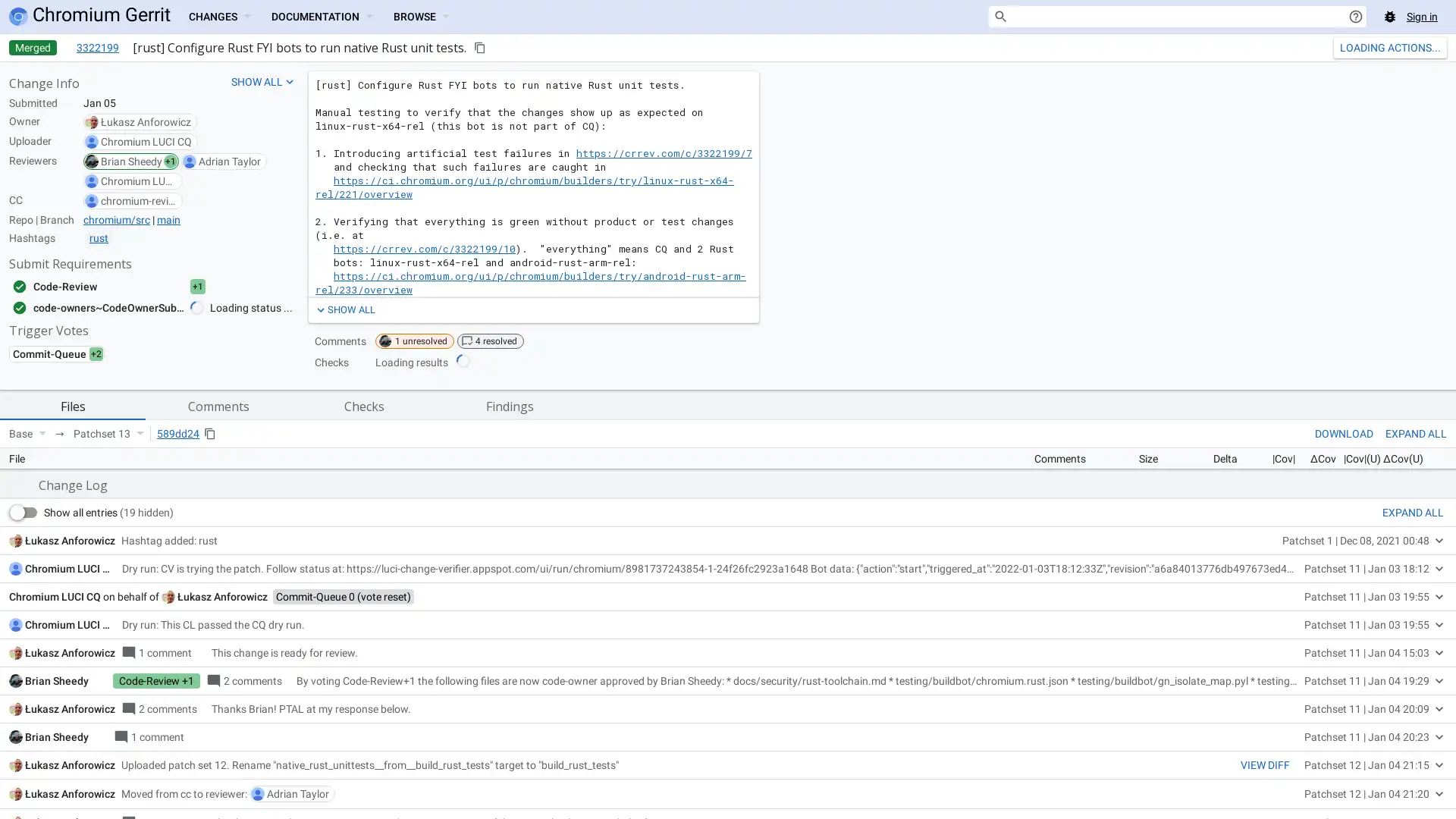 Image resolution: width=1456 pixels, height=819 pixels. Describe the element at coordinates (1436, 46) in the screenshot. I see `More` at that location.